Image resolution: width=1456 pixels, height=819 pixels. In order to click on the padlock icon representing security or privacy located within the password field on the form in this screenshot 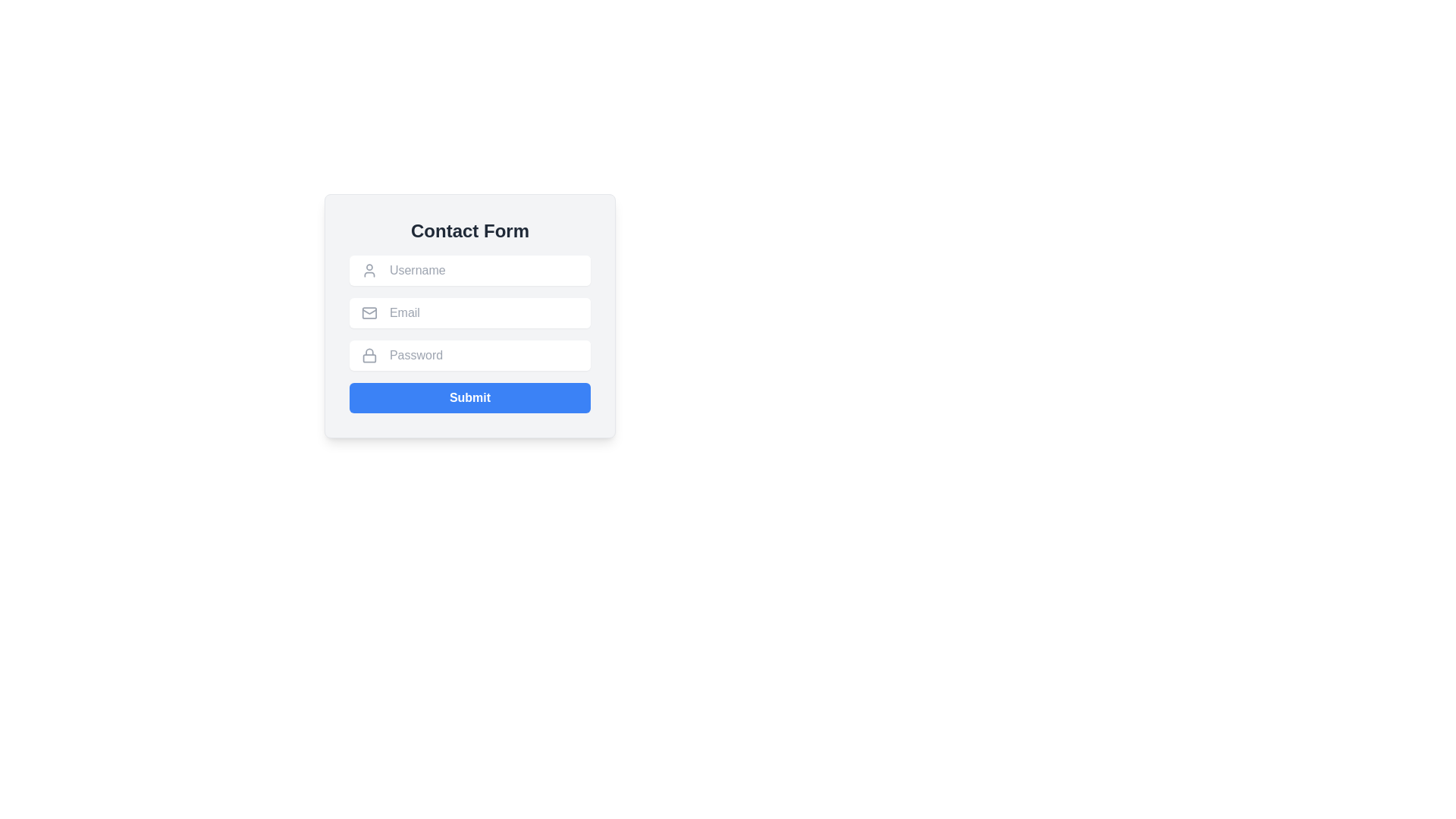, I will do `click(369, 358)`.